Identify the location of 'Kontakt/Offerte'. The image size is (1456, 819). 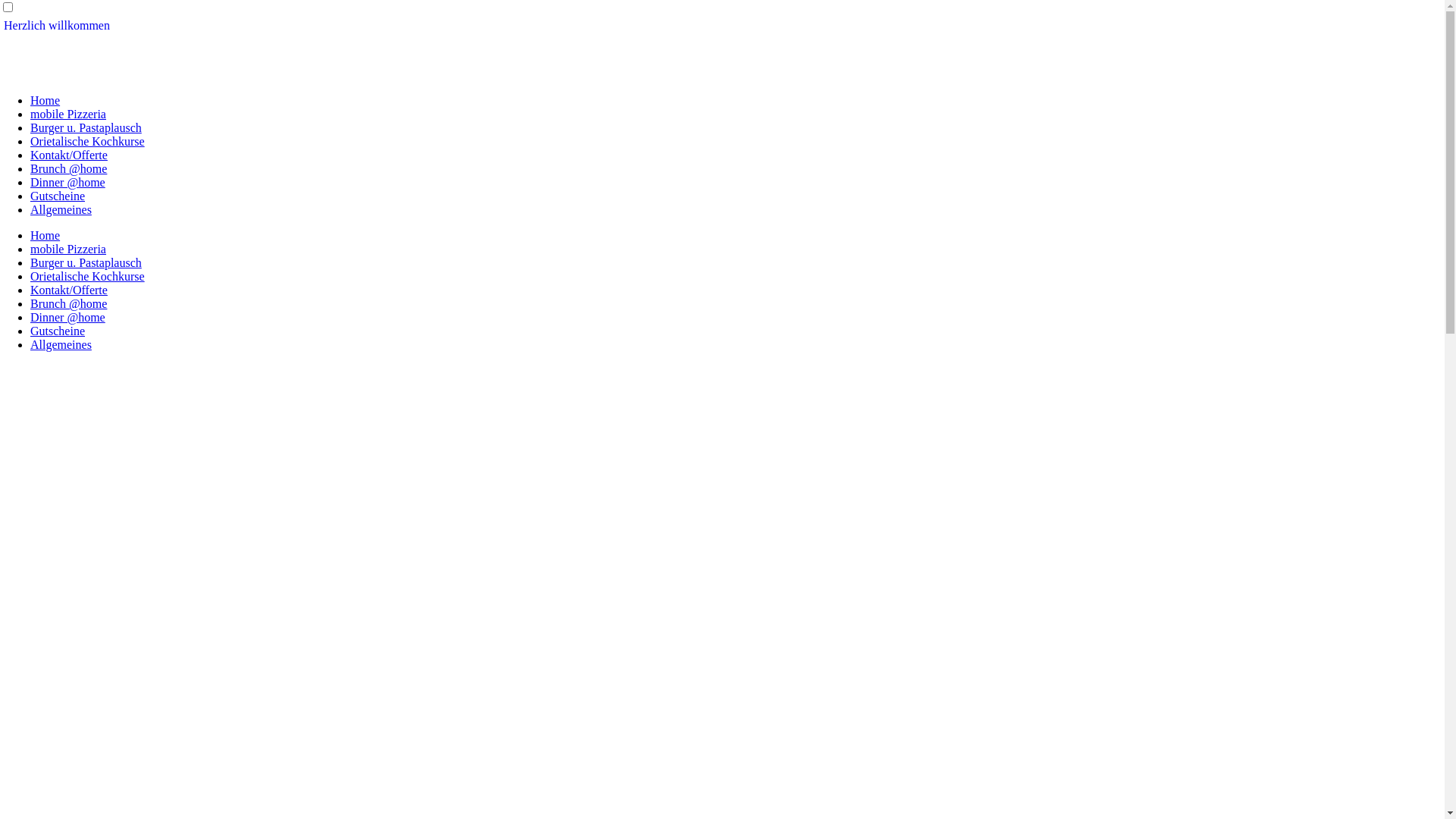
(68, 290).